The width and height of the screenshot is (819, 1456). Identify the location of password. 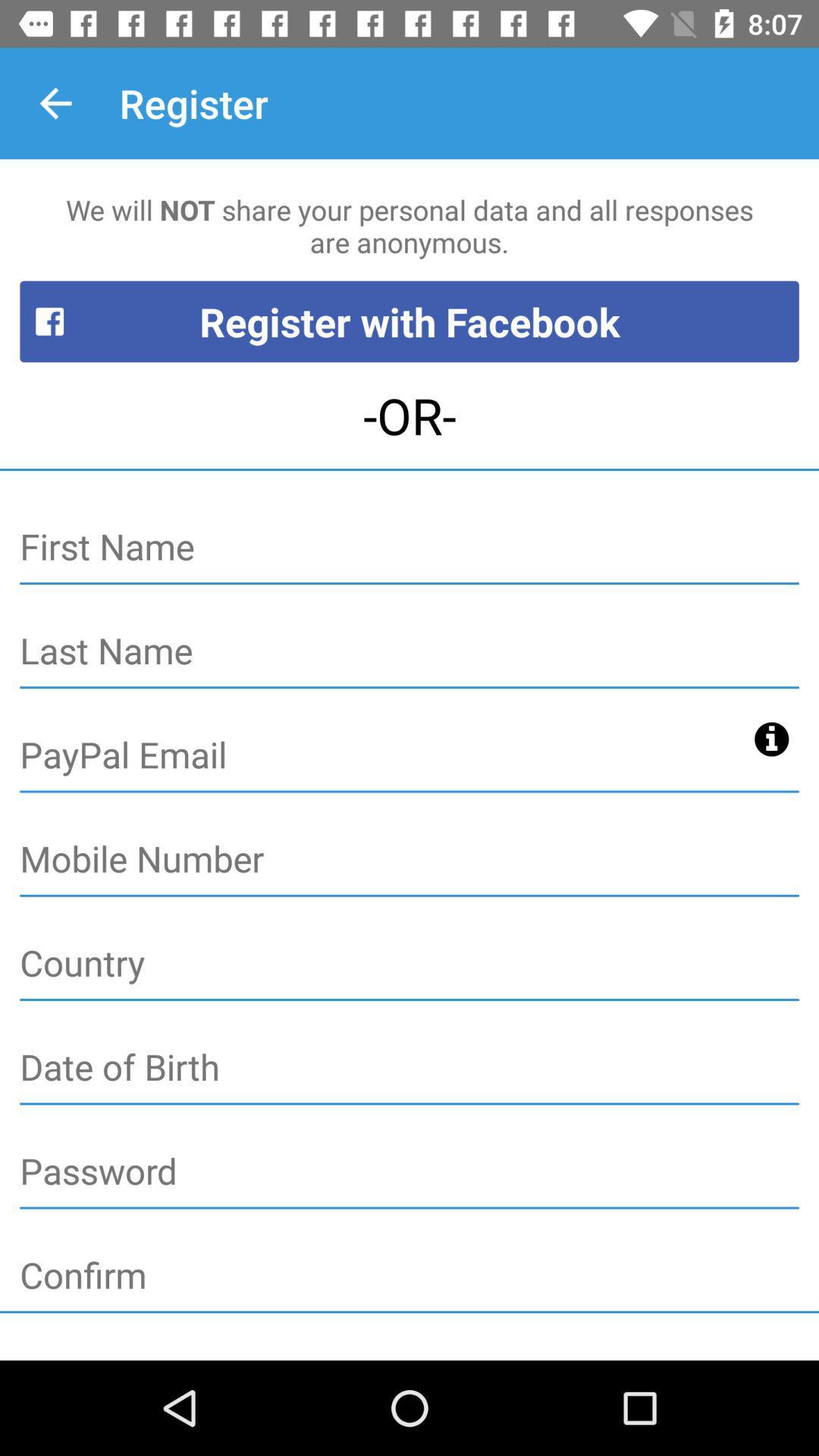
(409, 1172).